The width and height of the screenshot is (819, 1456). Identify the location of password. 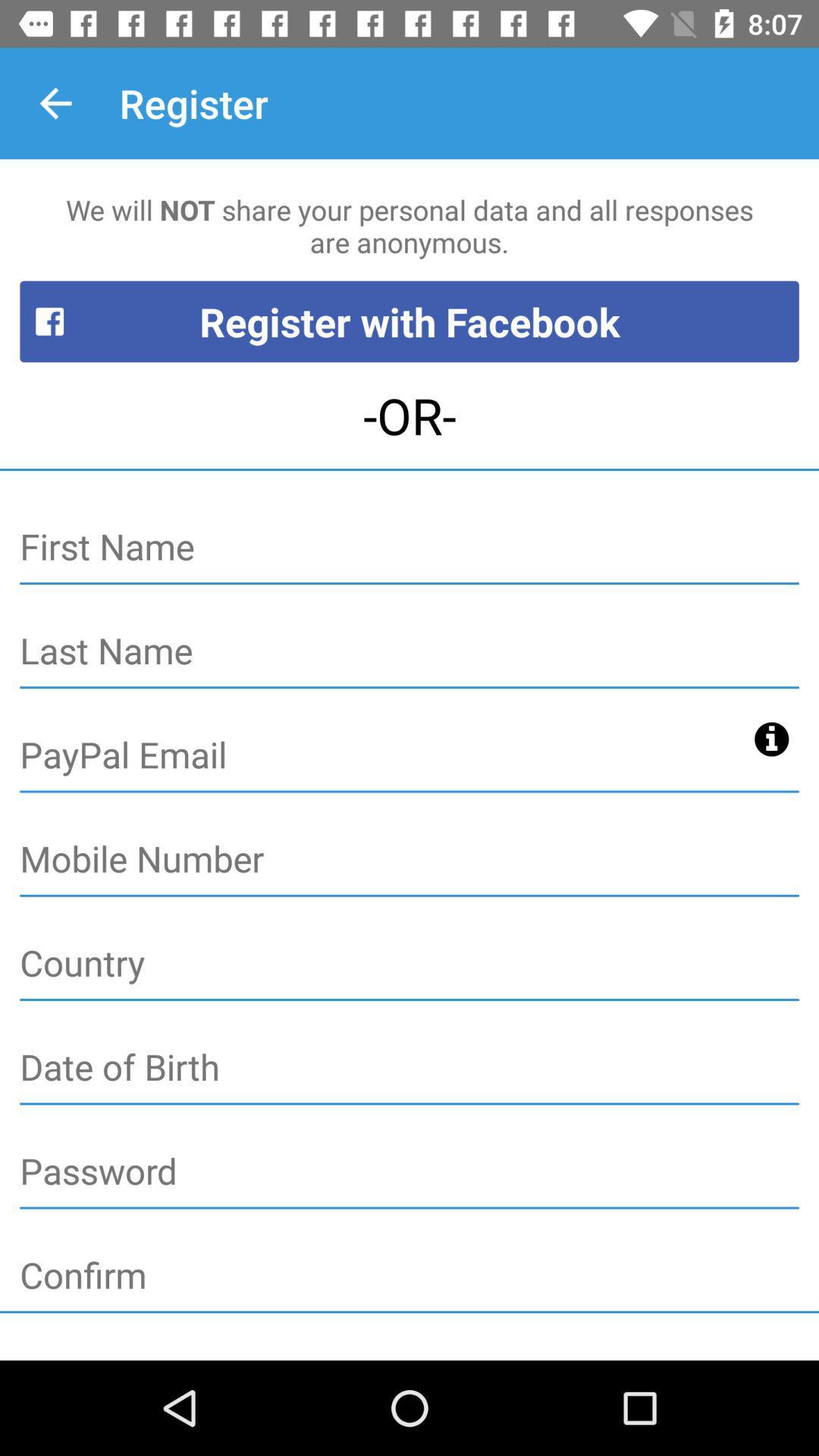
(409, 1172).